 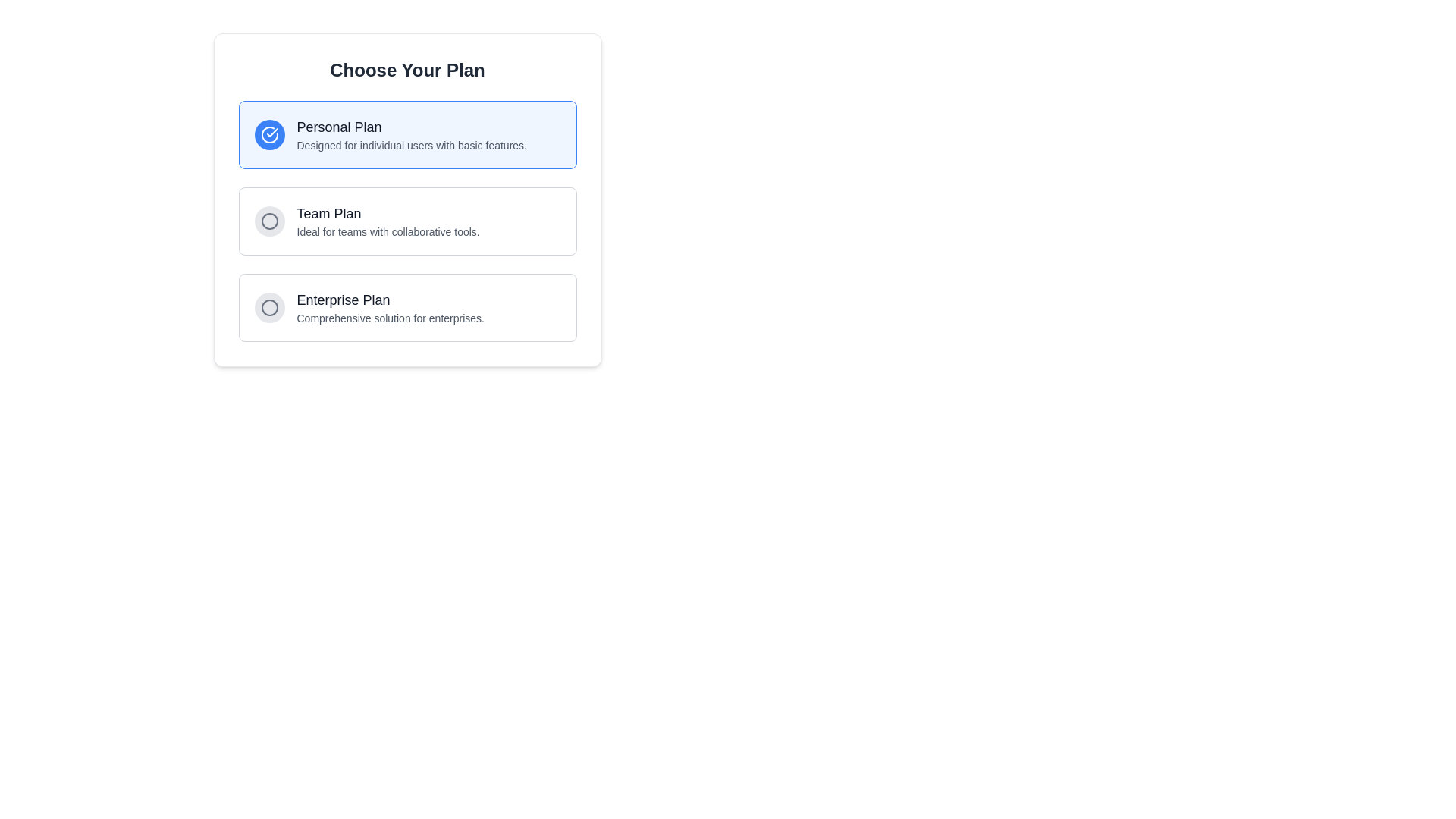 What do you see at coordinates (412, 146) in the screenshot?
I see `the text description that provides details about the 'Personal Plan' option, located directly underneath the 'Personal Plan' title in the plan selection interface` at bounding box center [412, 146].